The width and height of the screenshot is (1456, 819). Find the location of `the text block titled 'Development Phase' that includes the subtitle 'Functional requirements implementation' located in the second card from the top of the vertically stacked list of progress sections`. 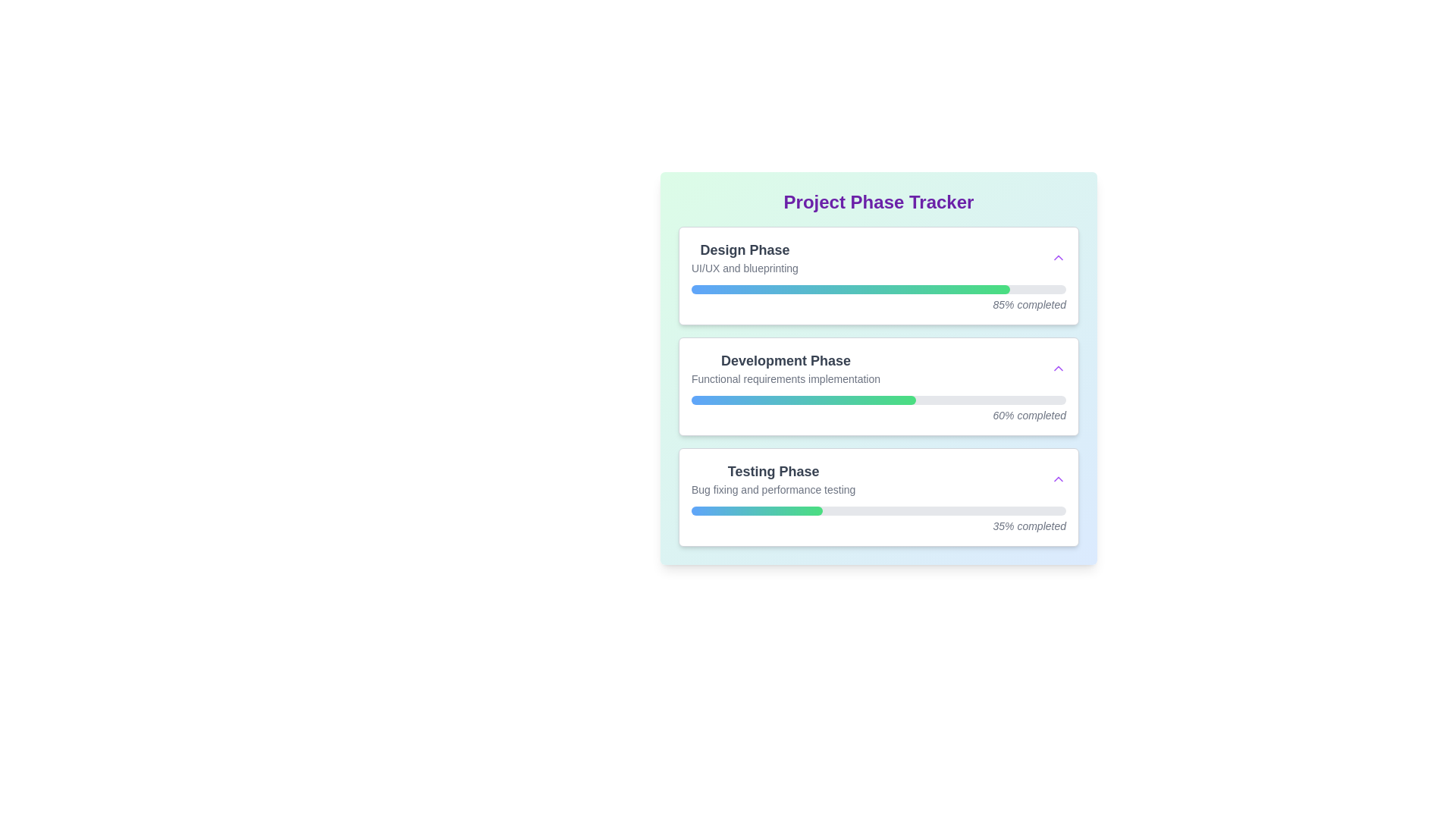

the text block titled 'Development Phase' that includes the subtitle 'Functional requirements implementation' located in the second card from the top of the vertically stacked list of progress sections is located at coordinates (786, 369).